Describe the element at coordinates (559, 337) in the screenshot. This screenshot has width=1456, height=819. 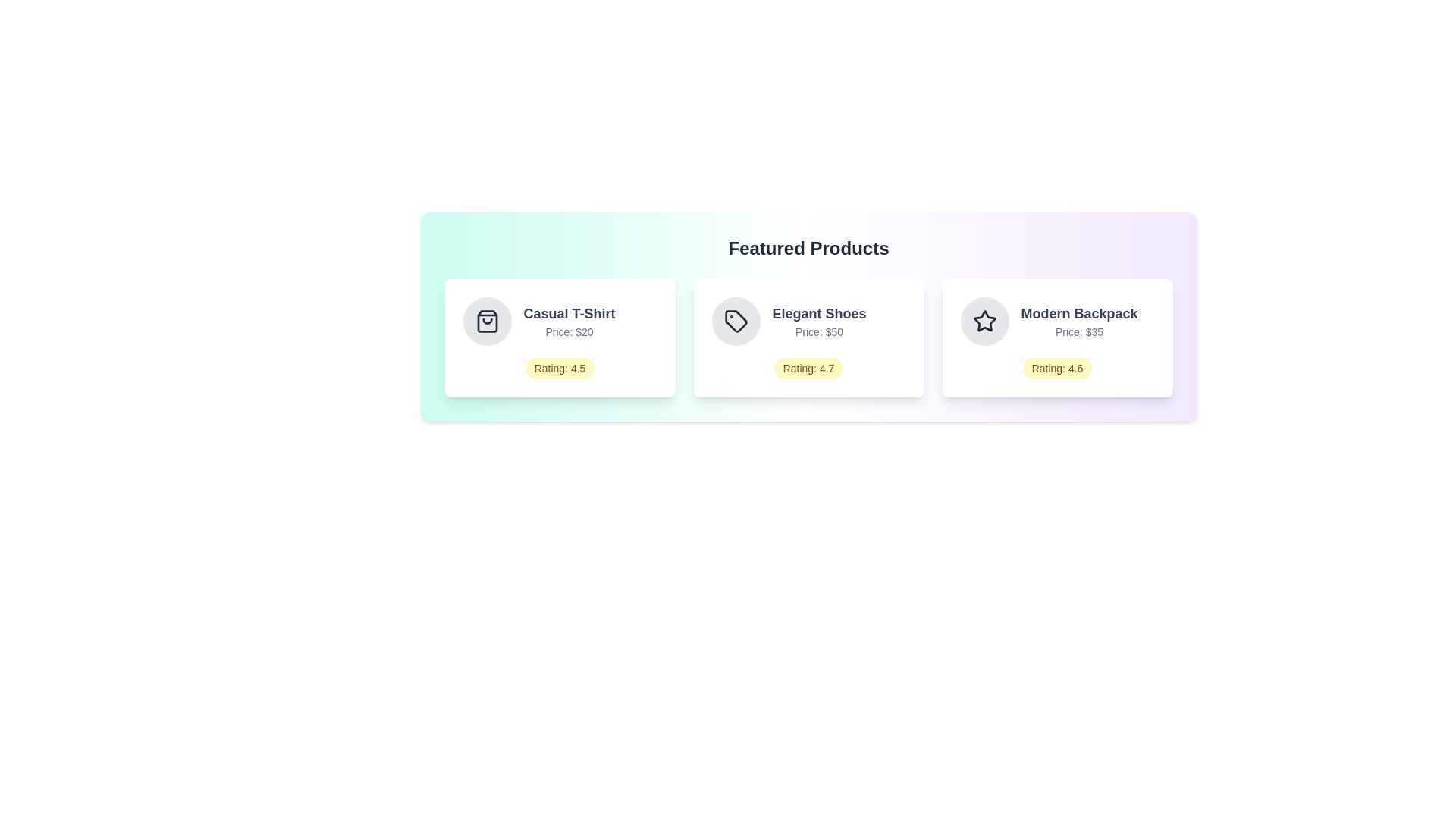
I see `the product card for Casual T-Shirt` at that location.